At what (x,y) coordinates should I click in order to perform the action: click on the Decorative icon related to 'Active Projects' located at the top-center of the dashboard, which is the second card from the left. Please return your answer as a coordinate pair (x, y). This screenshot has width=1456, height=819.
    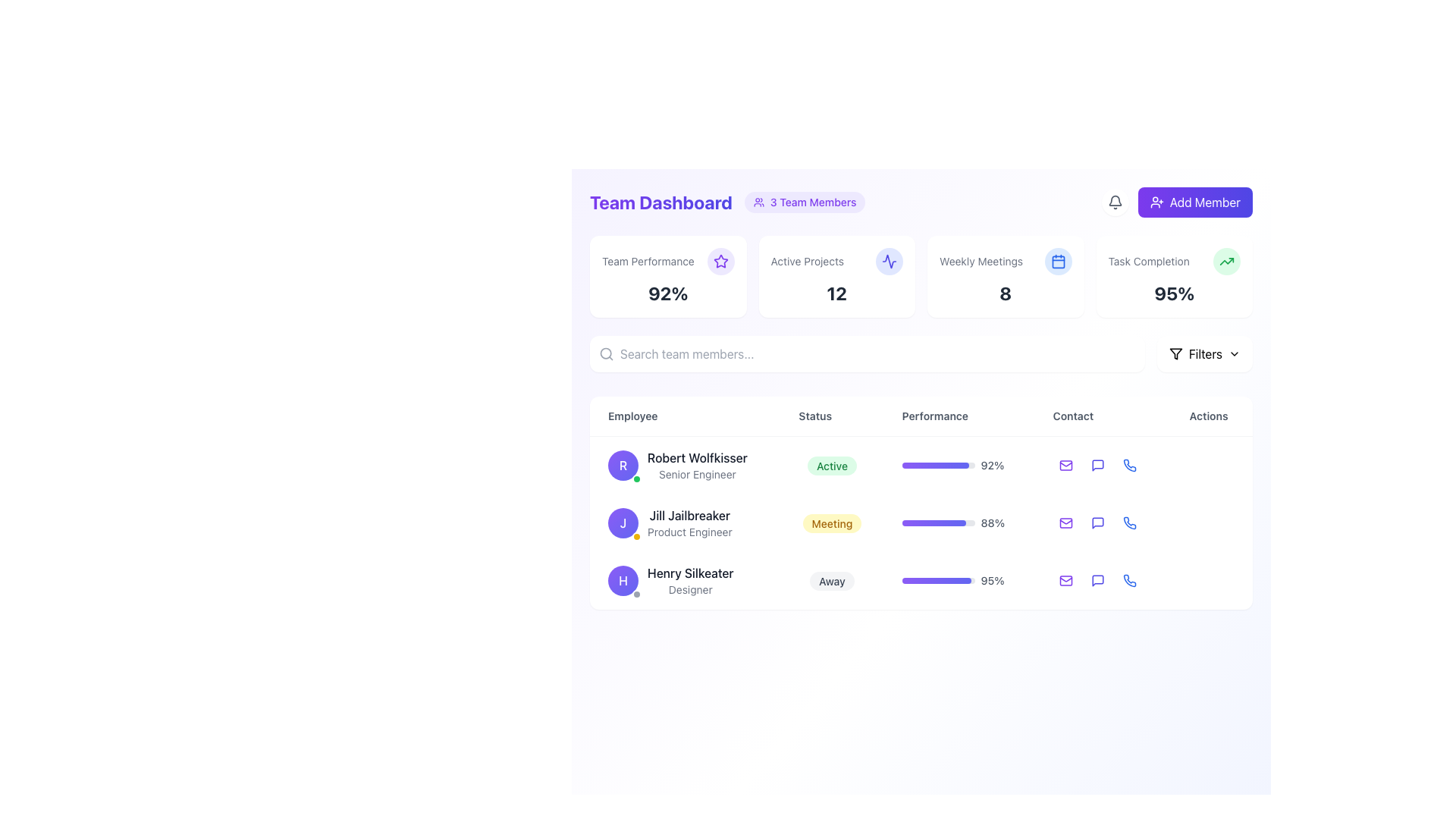
    Looking at the image, I should click on (889, 260).